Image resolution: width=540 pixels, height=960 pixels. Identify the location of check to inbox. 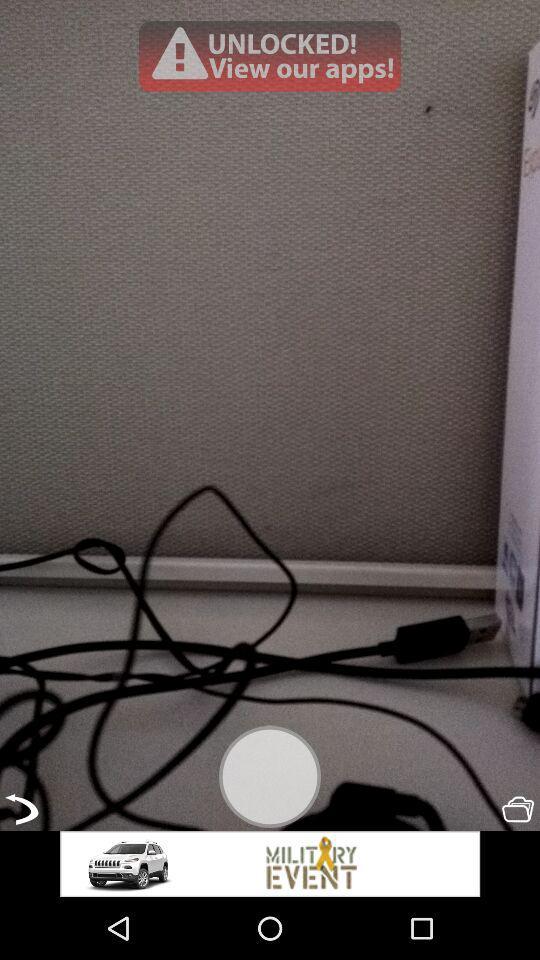
(518, 809).